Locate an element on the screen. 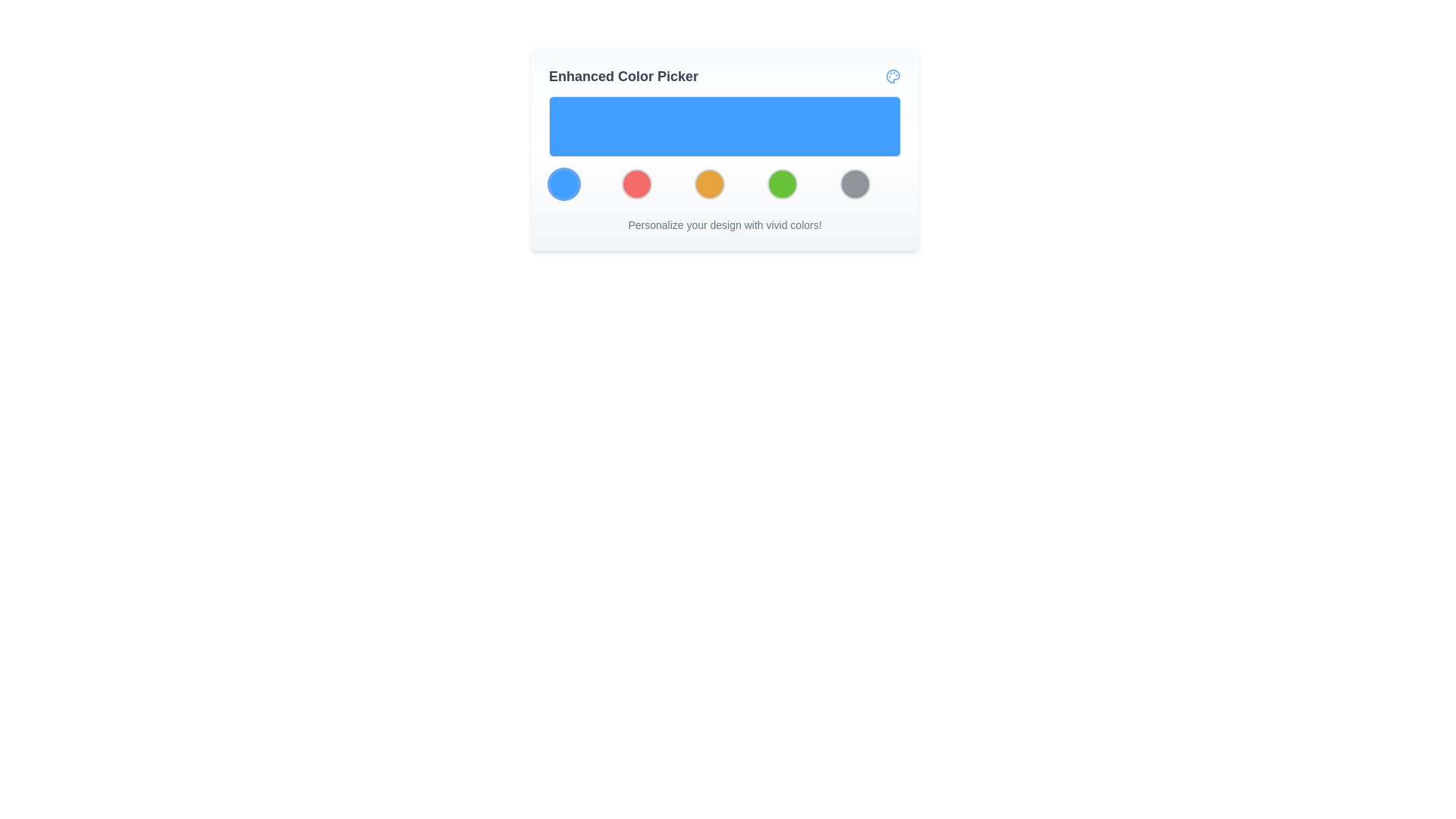 The image size is (1456, 819). the third circular color selection button in the row, which is located between the orange and green buttons is located at coordinates (723, 184).